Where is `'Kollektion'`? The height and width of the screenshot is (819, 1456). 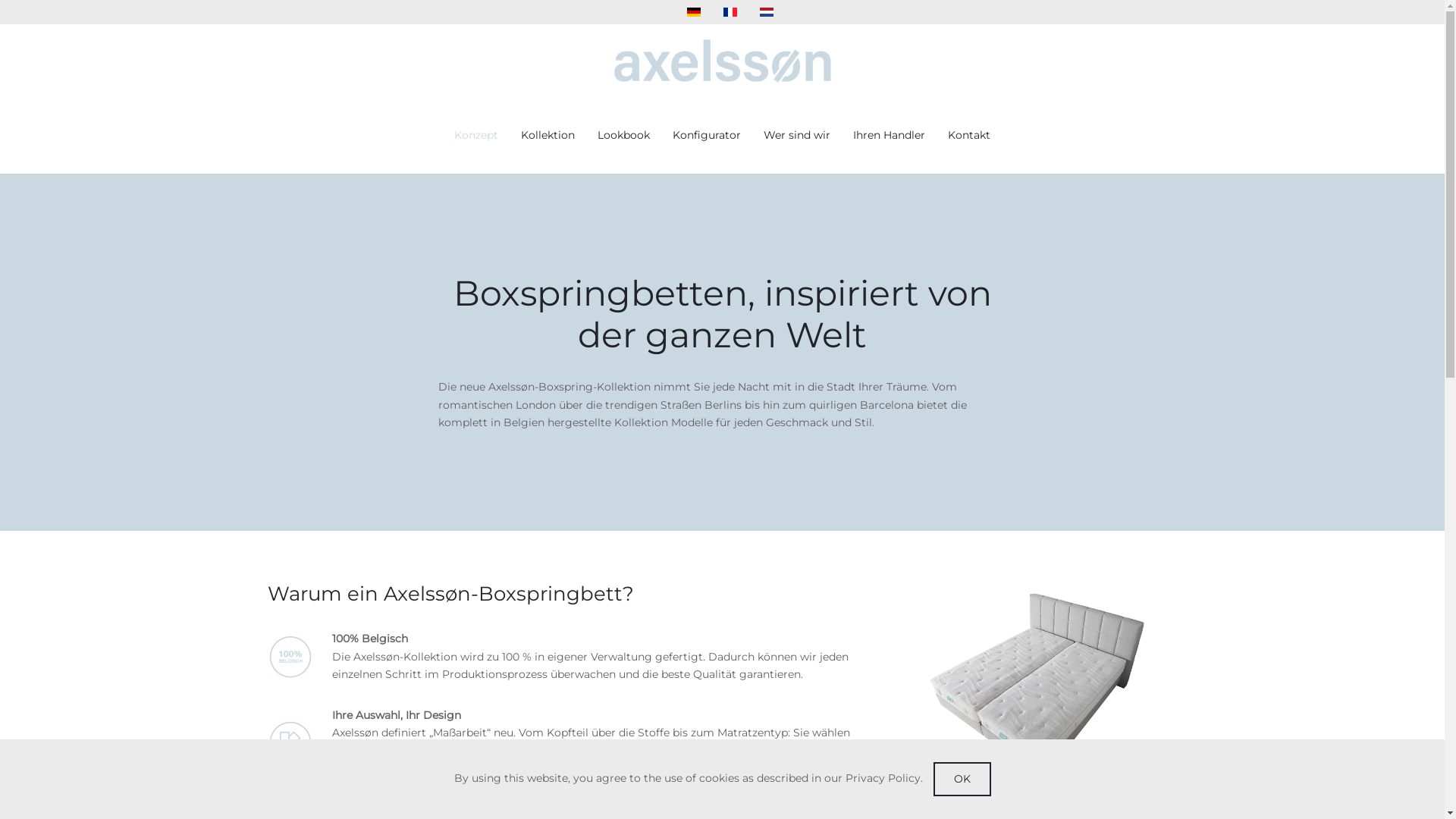 'Kollektion' is located at coordinates (547, 134).